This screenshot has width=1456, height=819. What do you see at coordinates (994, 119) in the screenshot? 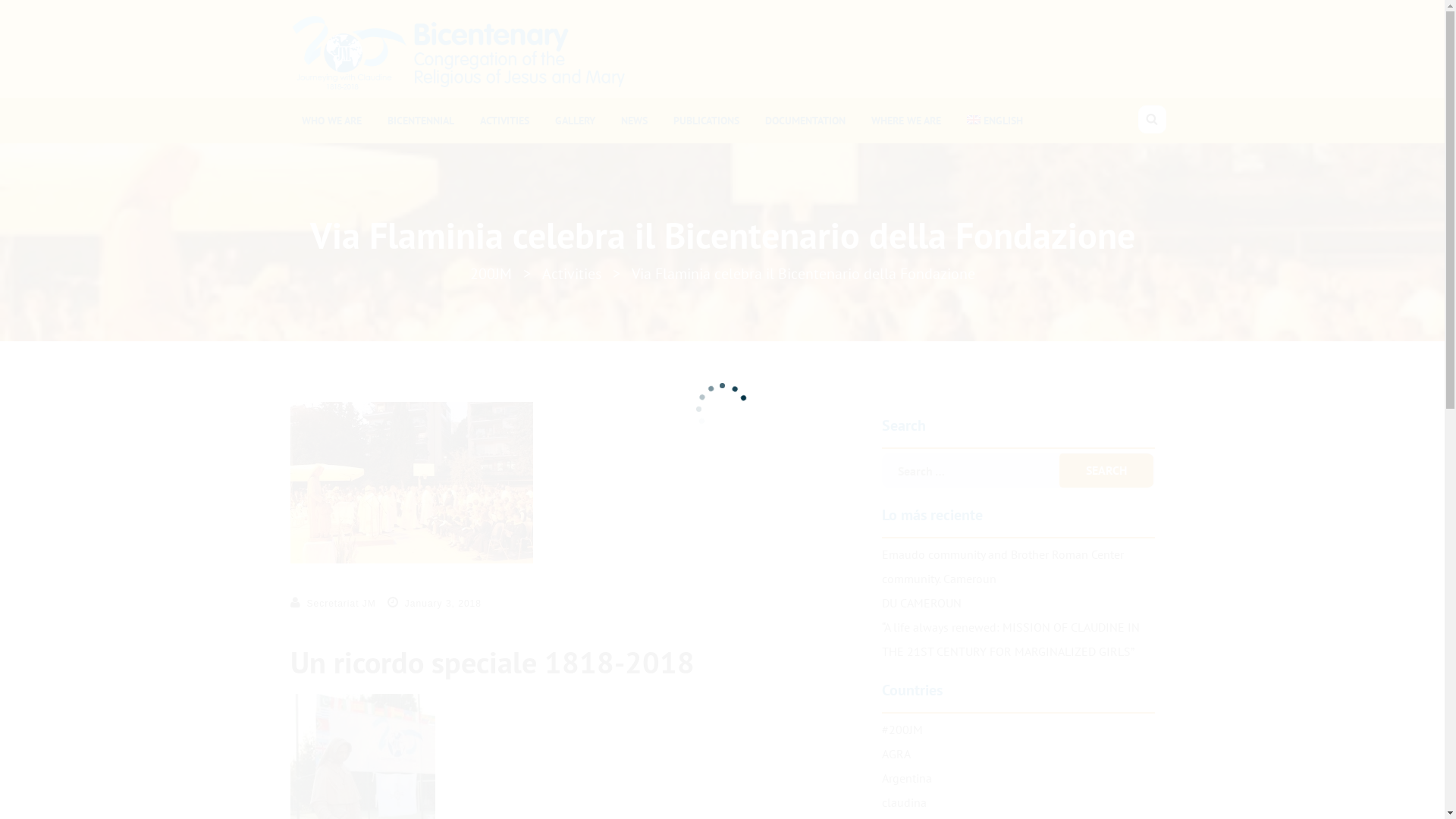
I see `'ENGLISH'` at bounding box center [994, 119].